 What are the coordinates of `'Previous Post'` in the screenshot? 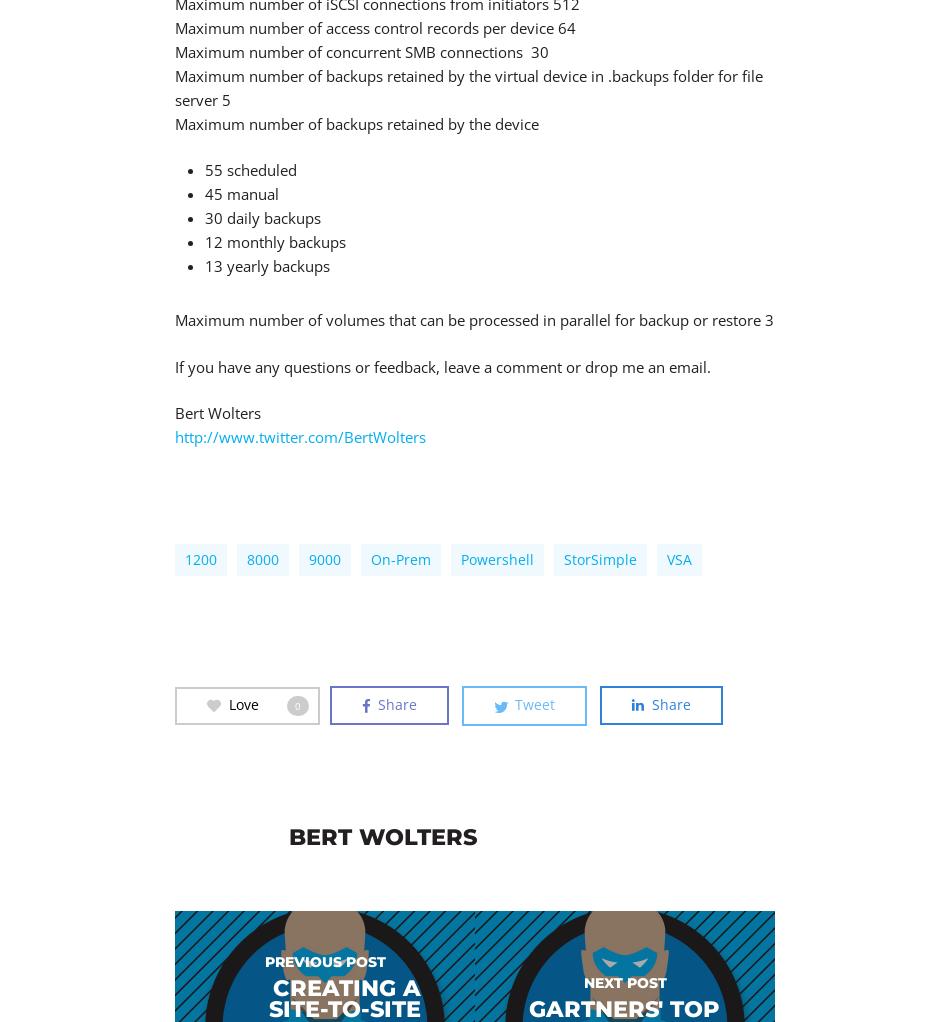 It's located at (323, 961).